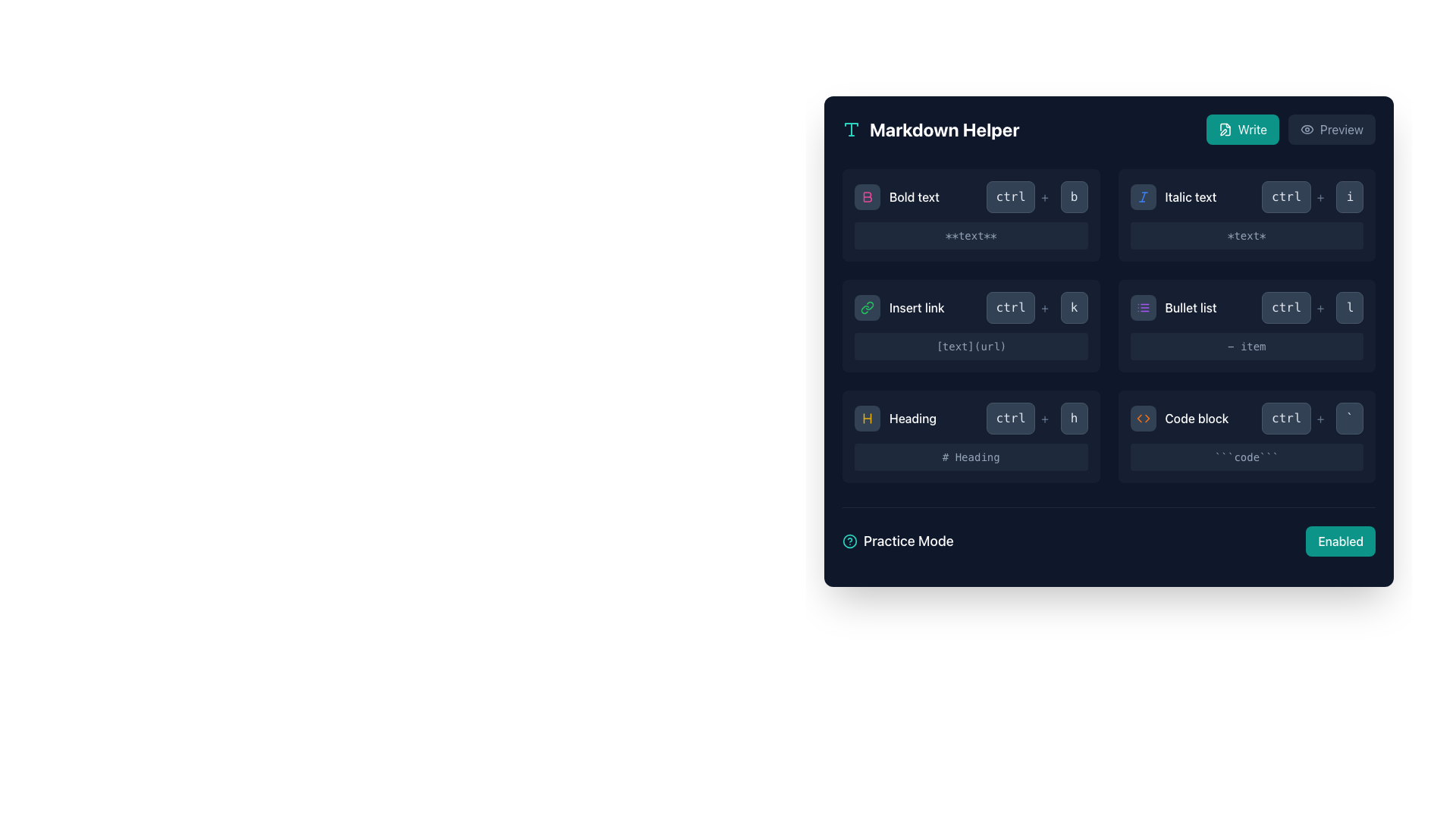  I want to click on the key/button labeled with the character '`', which is located on the right side of the 'Code block' button in the Markdown Helper UI, so click(1350, 418).